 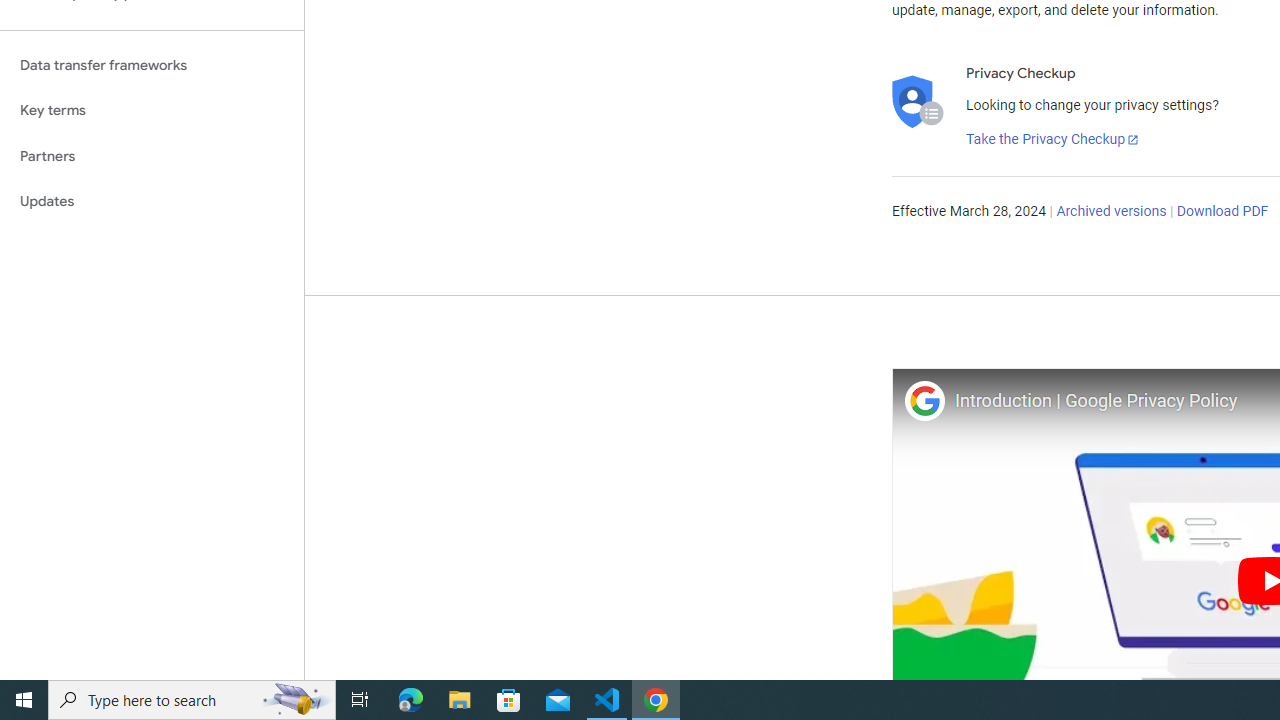 I want to click on 'Photo image of Google', so click(x=923, y=400).